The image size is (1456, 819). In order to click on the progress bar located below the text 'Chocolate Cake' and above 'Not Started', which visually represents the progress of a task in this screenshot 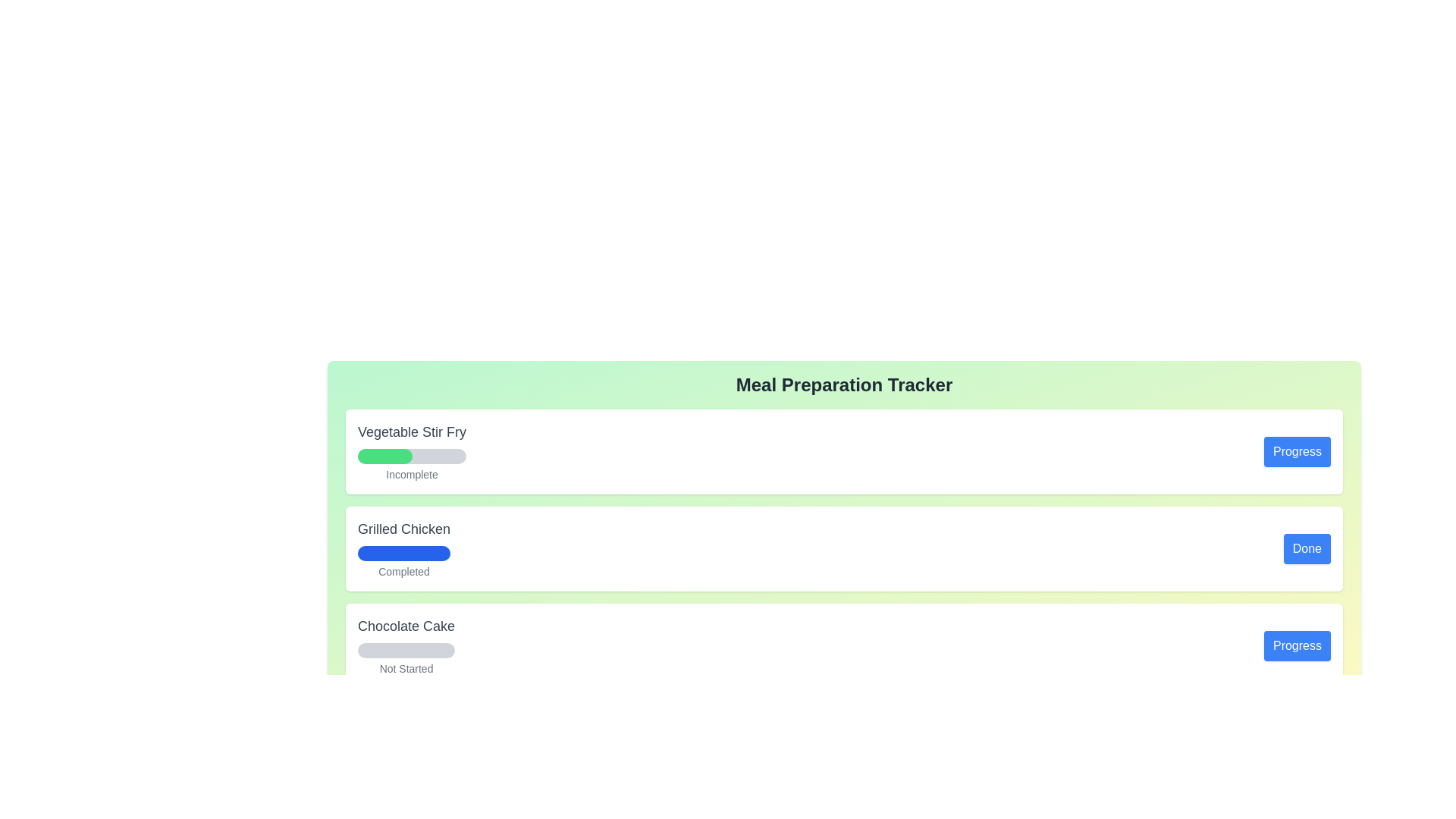, I will do `click(406, 649)`.